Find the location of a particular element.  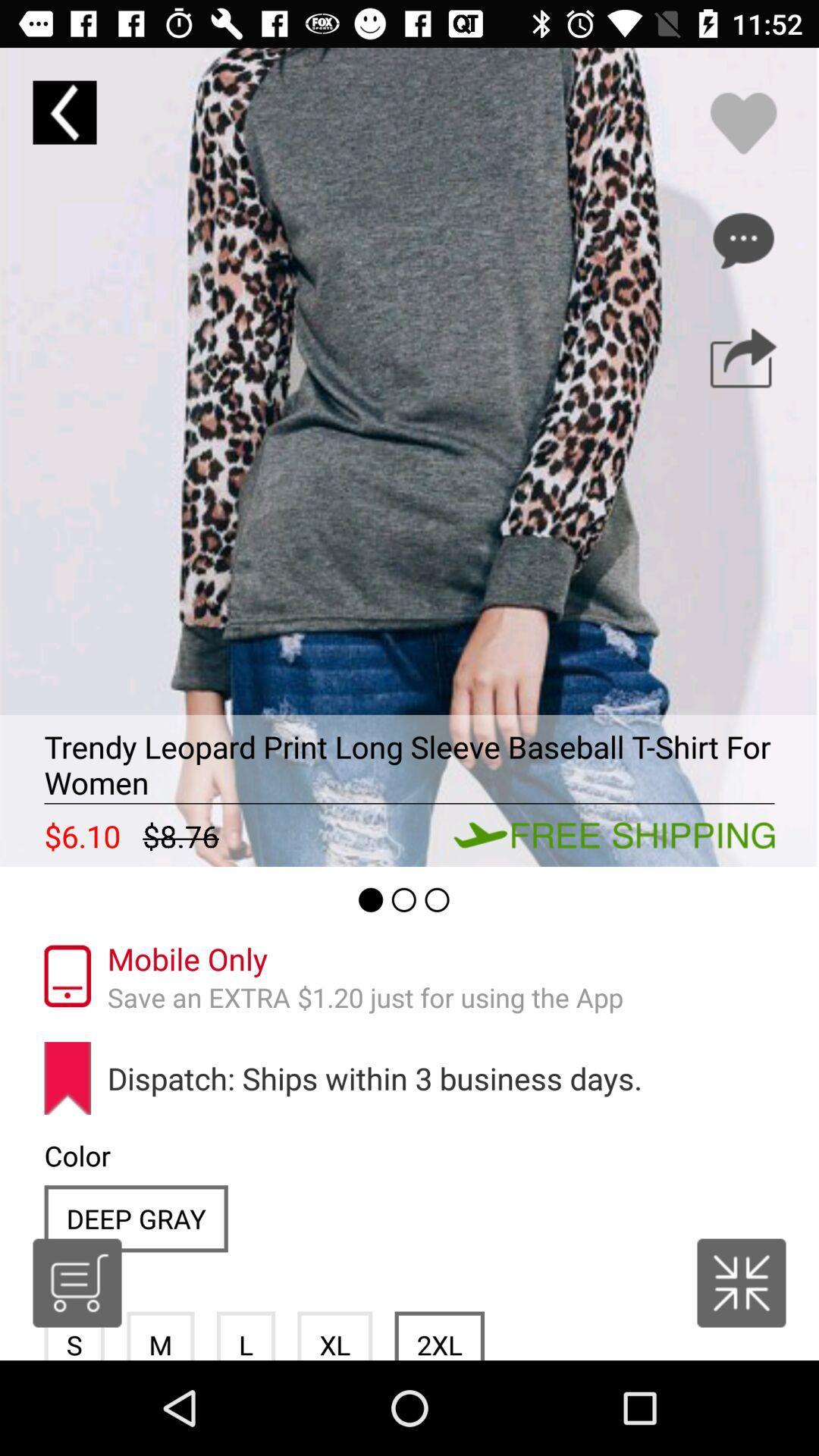

go back is located at coordinates (64, 111).